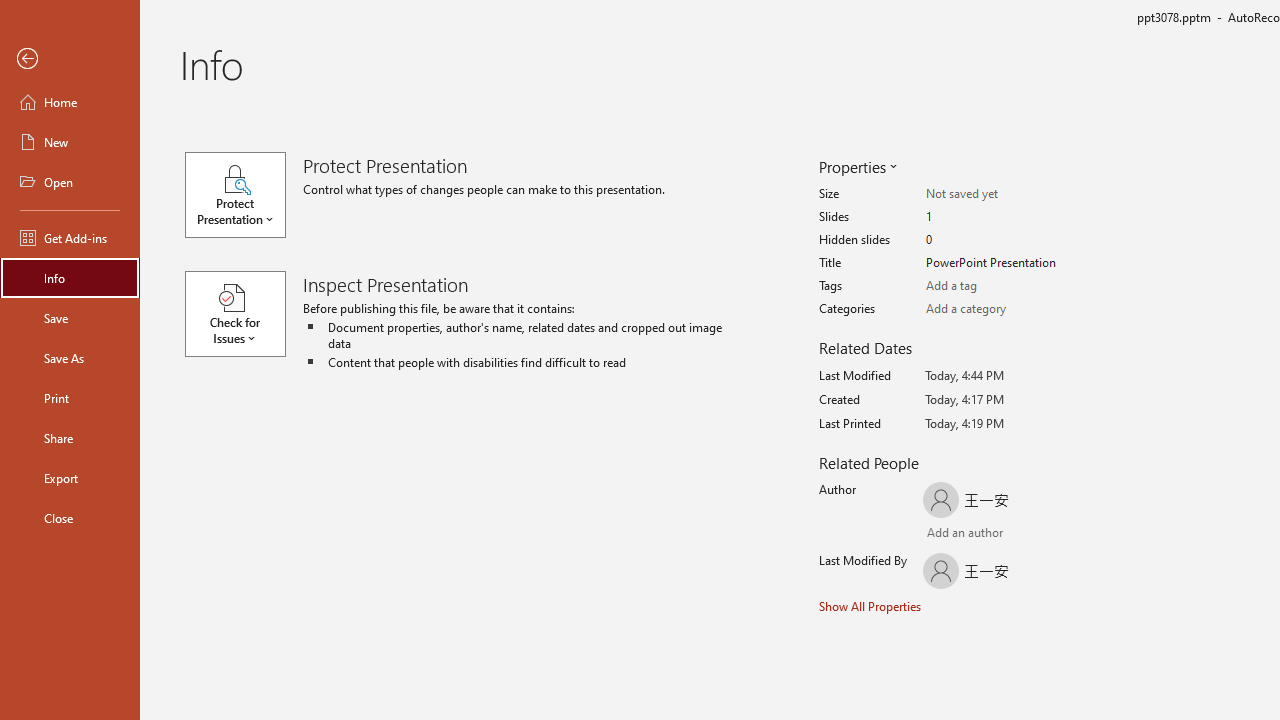 The height and width of the screenshot is (720, 1280). I want to click on 'Save As', so click(69, 356).